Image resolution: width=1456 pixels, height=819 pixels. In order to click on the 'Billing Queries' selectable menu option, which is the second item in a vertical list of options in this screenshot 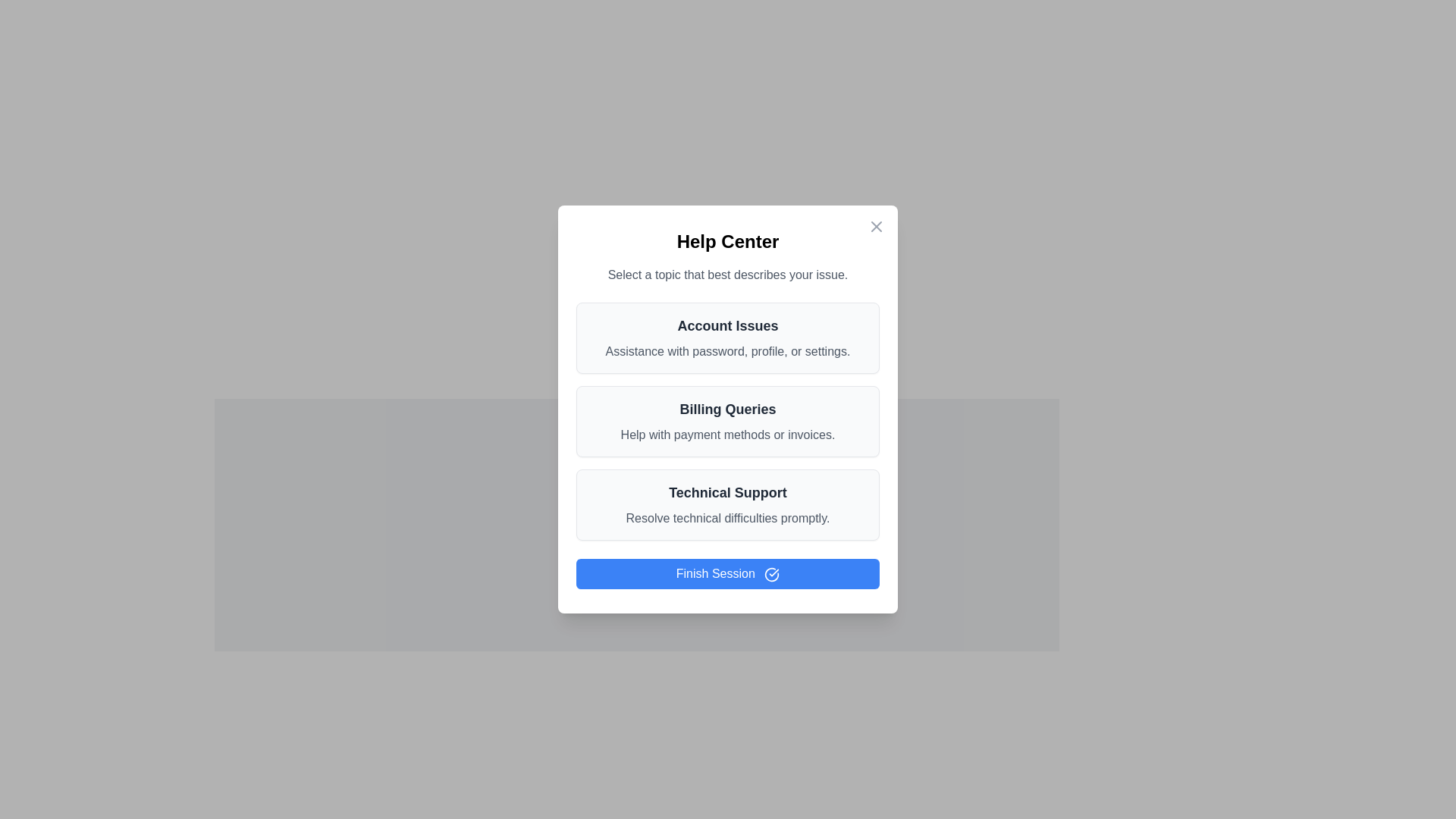, I will do `click(728, 421)`.